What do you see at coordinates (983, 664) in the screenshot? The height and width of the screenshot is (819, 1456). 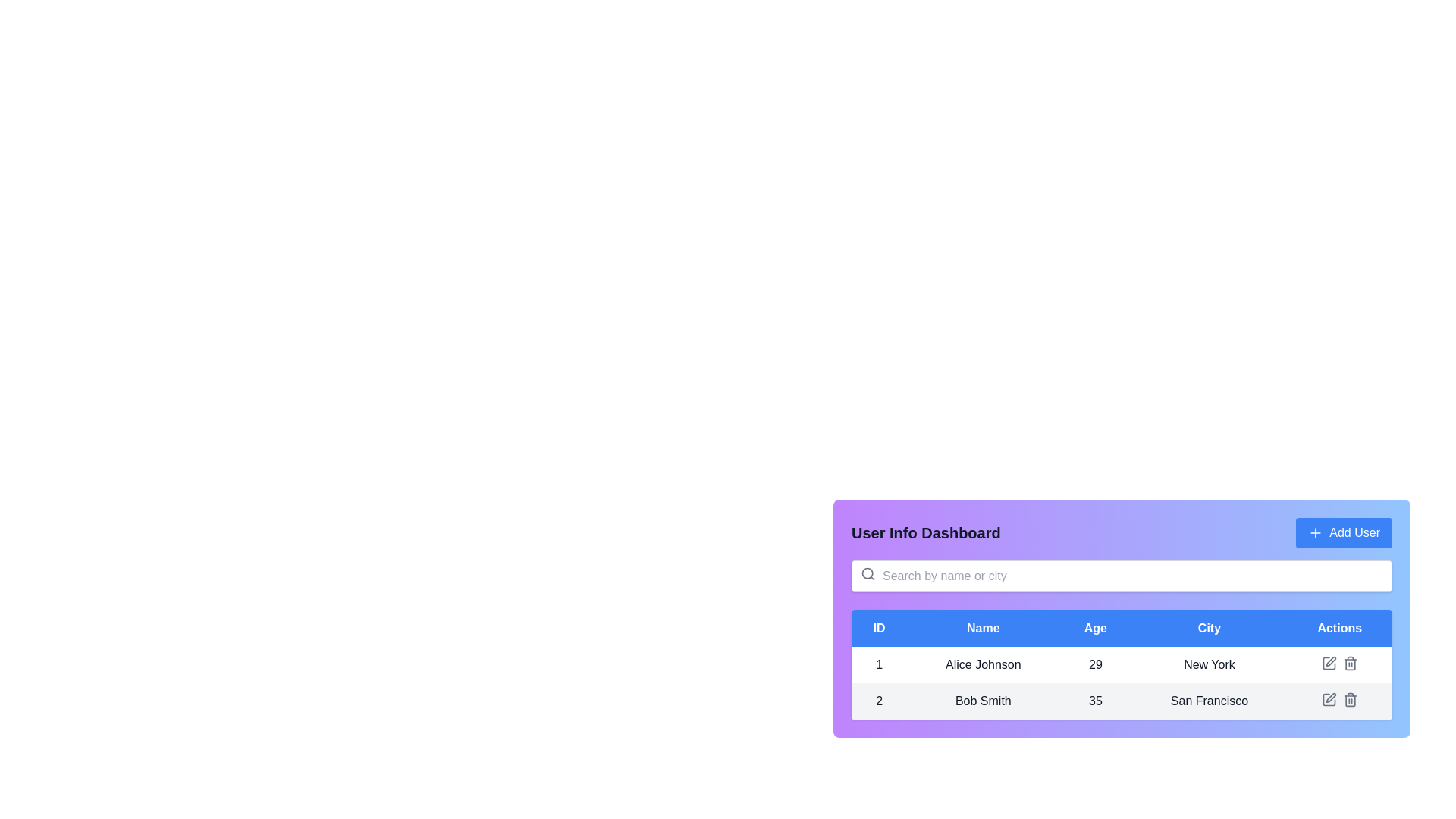 I see `text content of the user name in the second cell of the first row of the user information table, which is under the 'Name' column` at bounding box center [983, 664].